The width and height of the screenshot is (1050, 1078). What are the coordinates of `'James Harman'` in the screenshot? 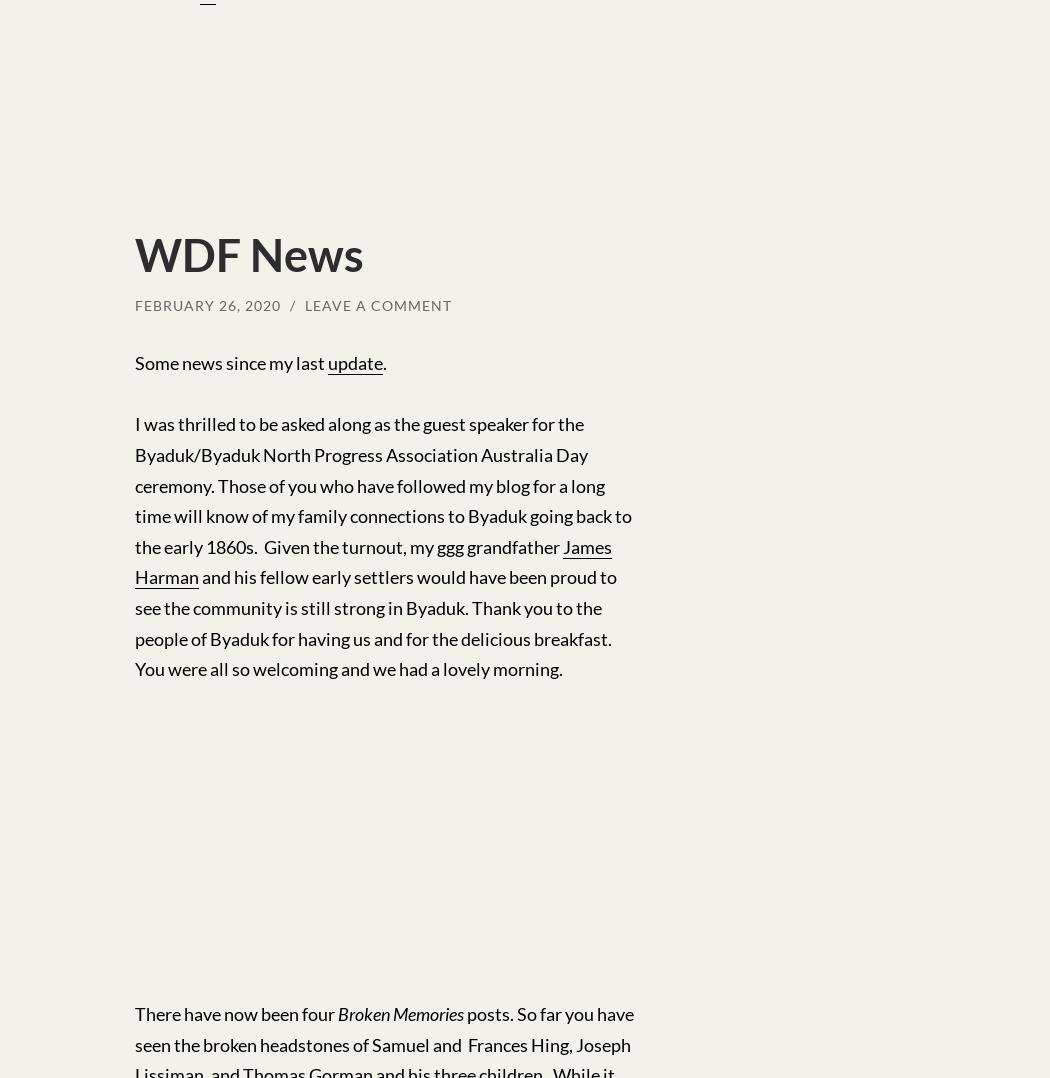 It's located at (372, 560).